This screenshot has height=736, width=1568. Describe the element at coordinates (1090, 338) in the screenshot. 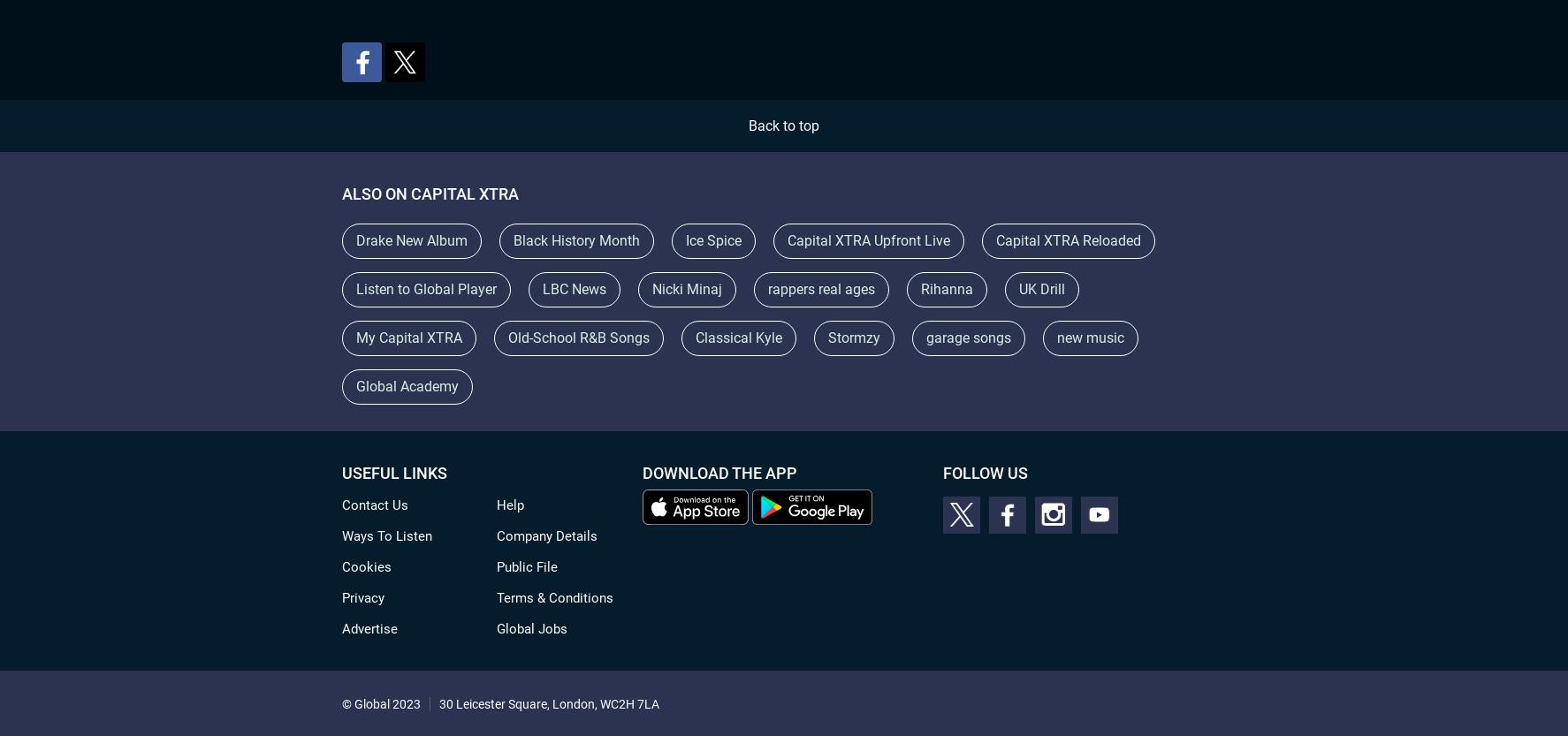

I see `'new music'` at that location.